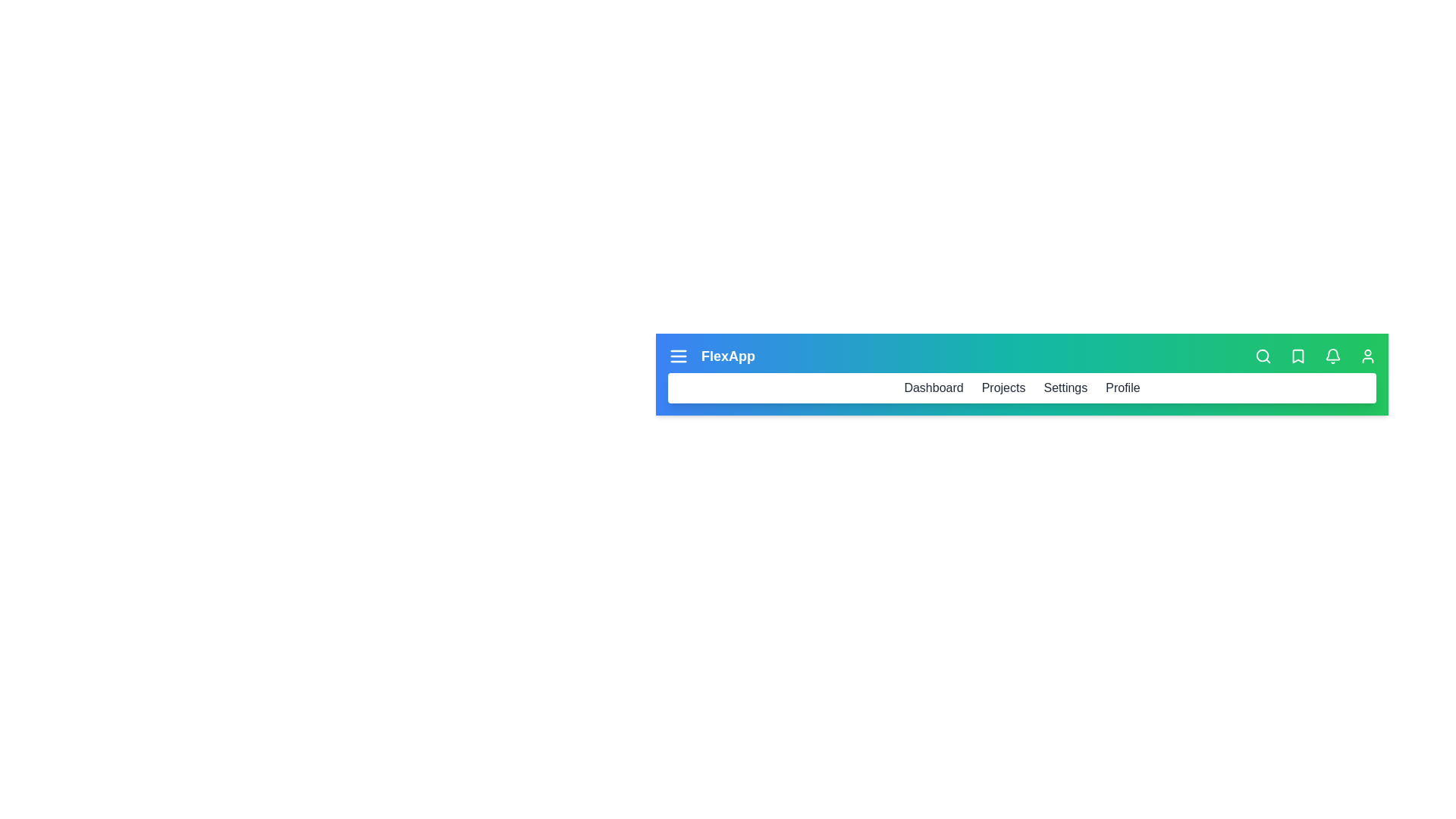 This screenshot has height=819, width=1456. What do you see at coordinates (1298, 356) in the screenshot?
I see `the bookmark icon to save or manage bookmarks` at bounding box center [1298, 356].